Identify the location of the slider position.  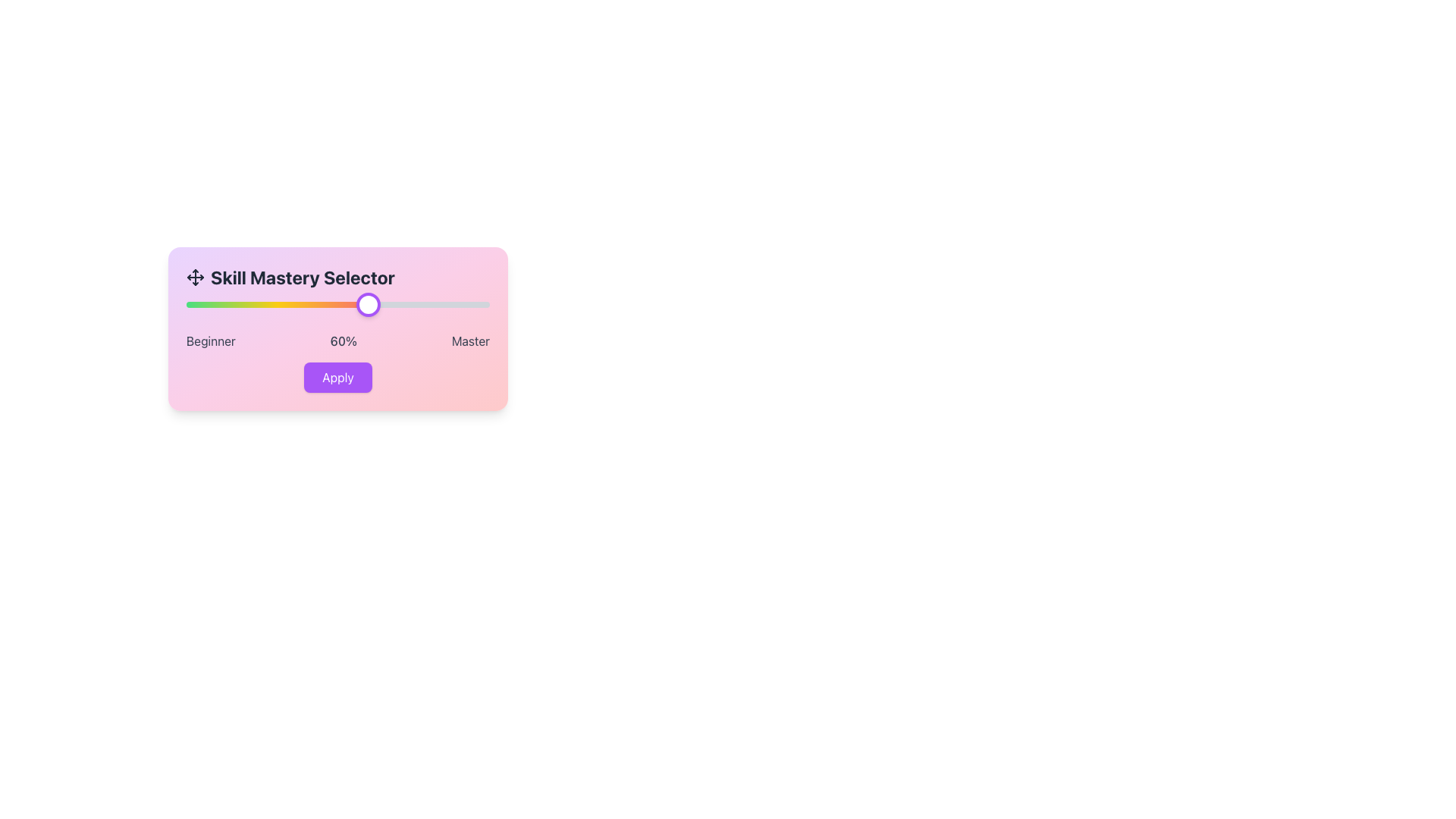
(292, 304).